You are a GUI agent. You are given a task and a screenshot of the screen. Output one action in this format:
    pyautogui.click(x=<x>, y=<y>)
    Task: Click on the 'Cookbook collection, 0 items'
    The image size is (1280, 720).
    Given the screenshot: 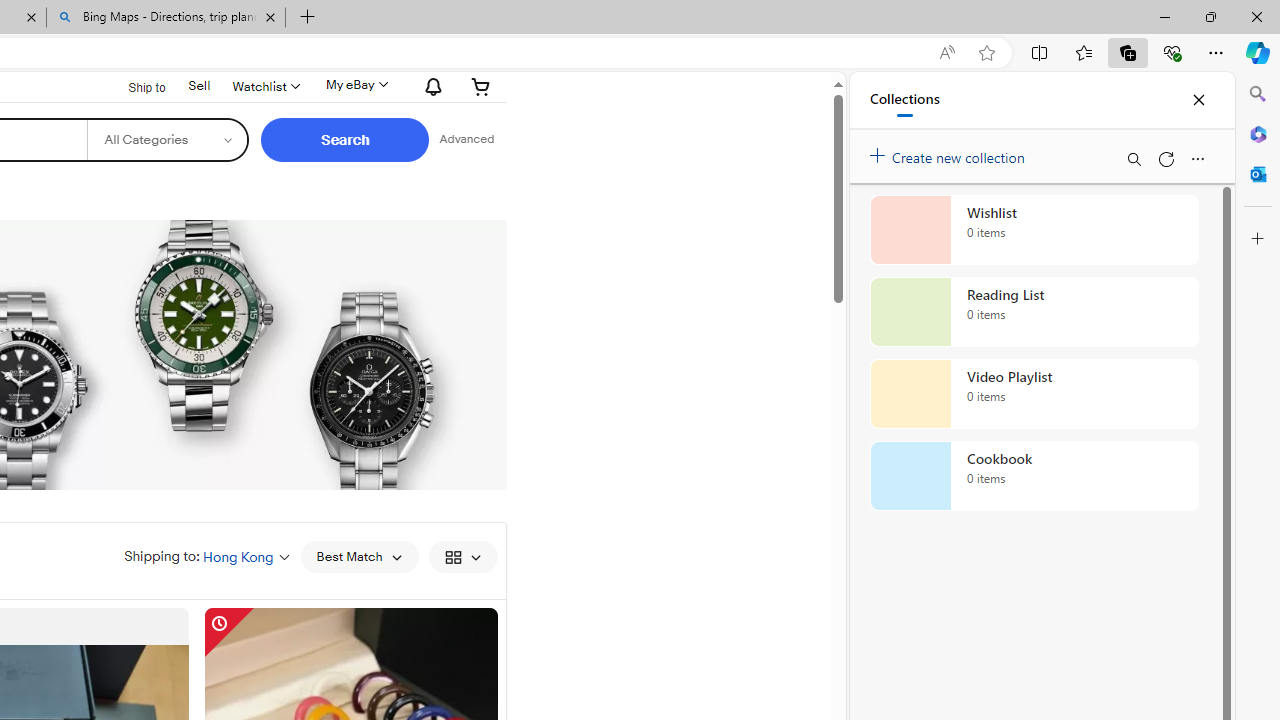 What is the action you would take?
    pyautogui.click(x=1034, y=475)
    